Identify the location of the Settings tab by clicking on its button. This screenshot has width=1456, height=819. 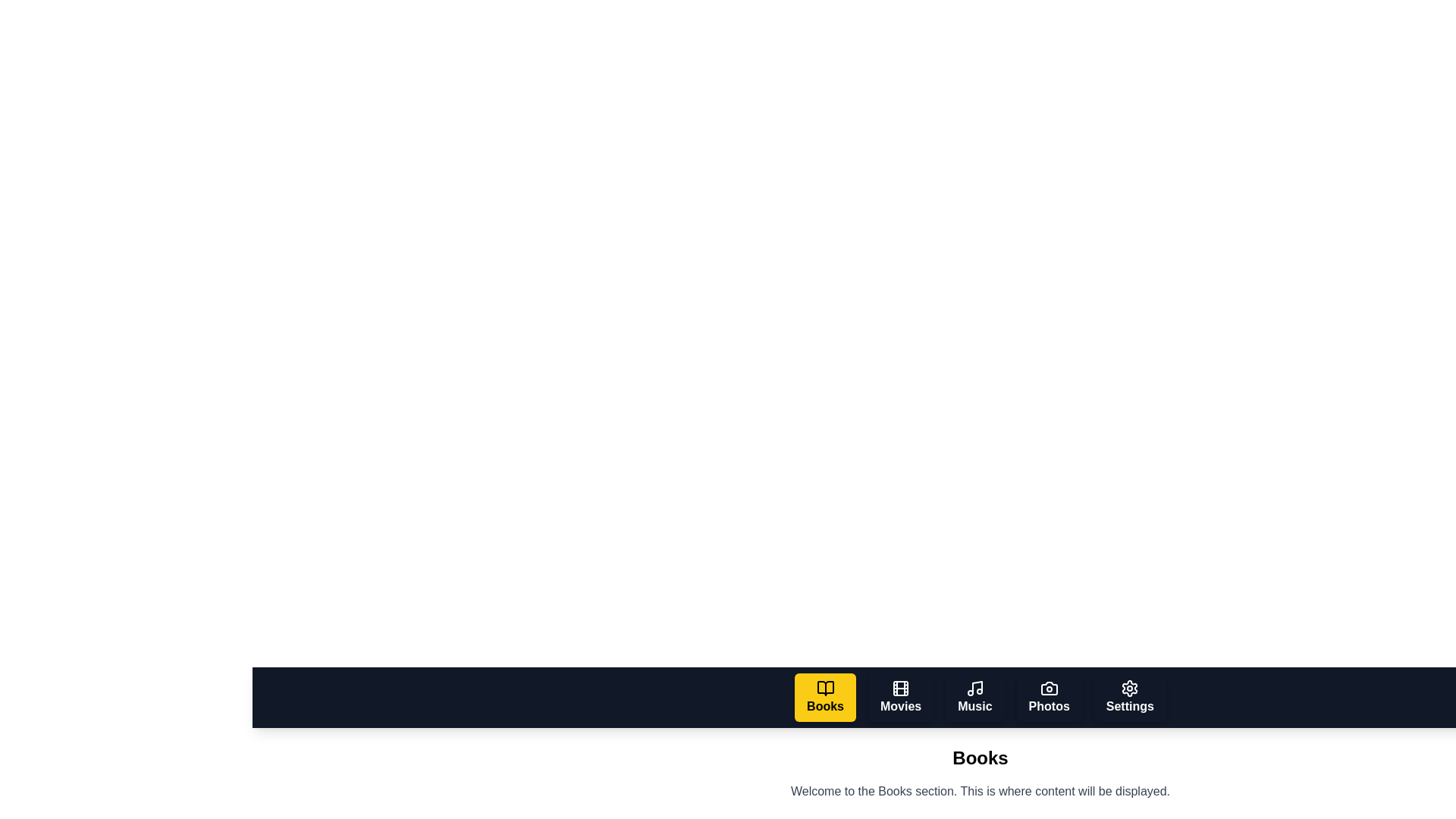
(1130, 698).